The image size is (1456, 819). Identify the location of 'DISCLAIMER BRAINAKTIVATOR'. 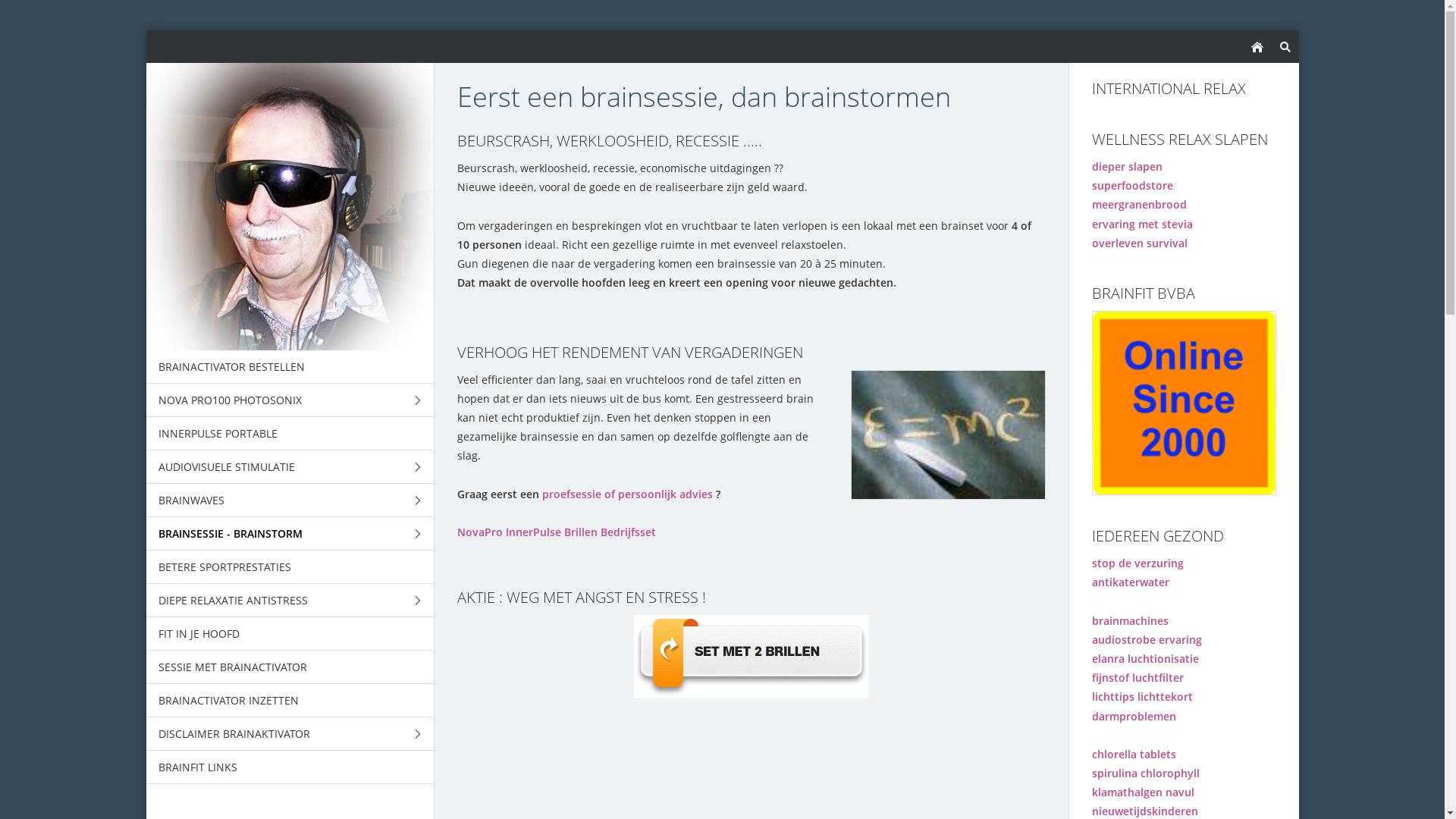
(289, 733).